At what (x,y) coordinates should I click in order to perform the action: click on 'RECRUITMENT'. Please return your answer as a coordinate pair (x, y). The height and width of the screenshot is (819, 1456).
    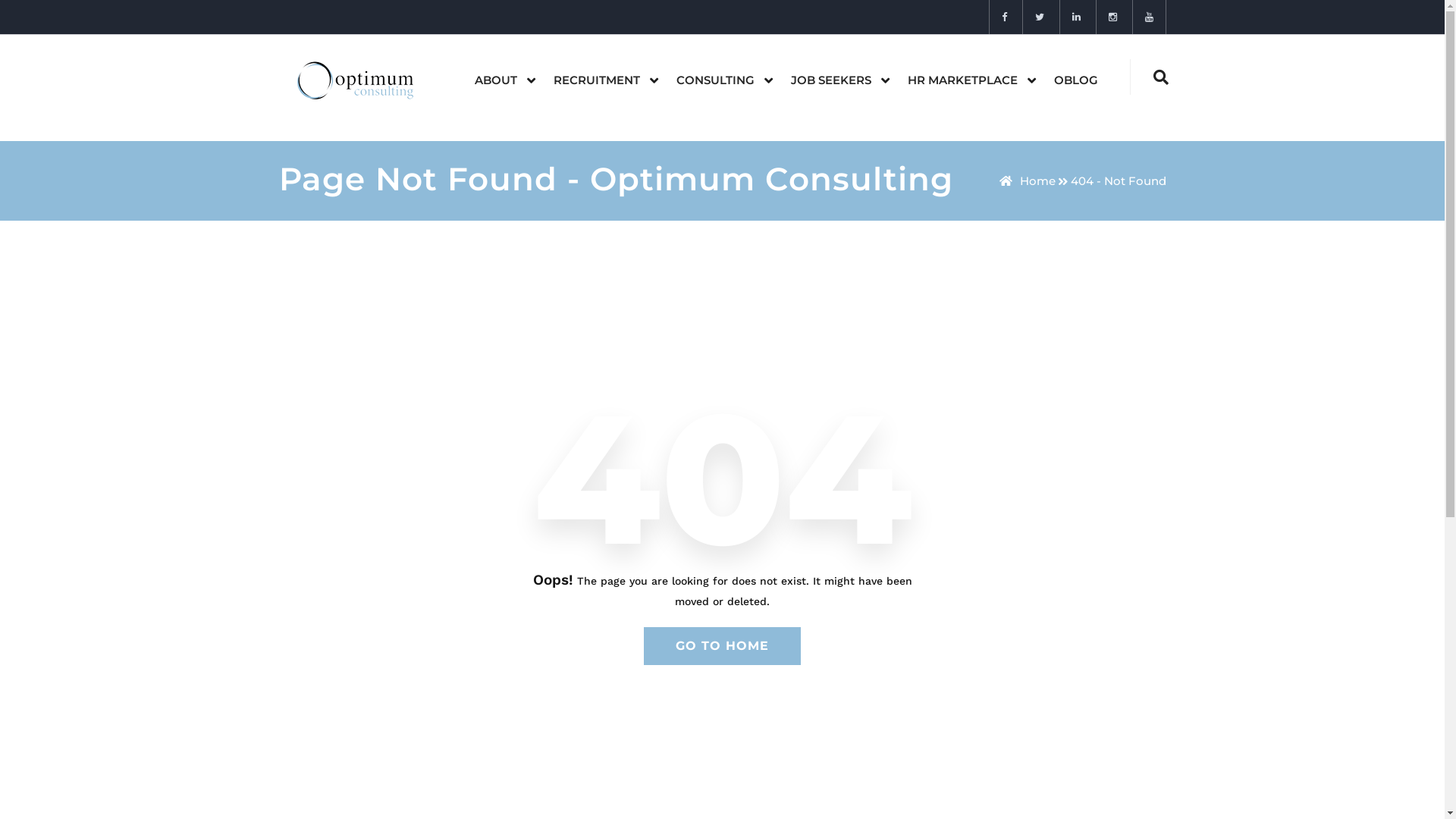
    Looking at the image, I should click on (535, 80).